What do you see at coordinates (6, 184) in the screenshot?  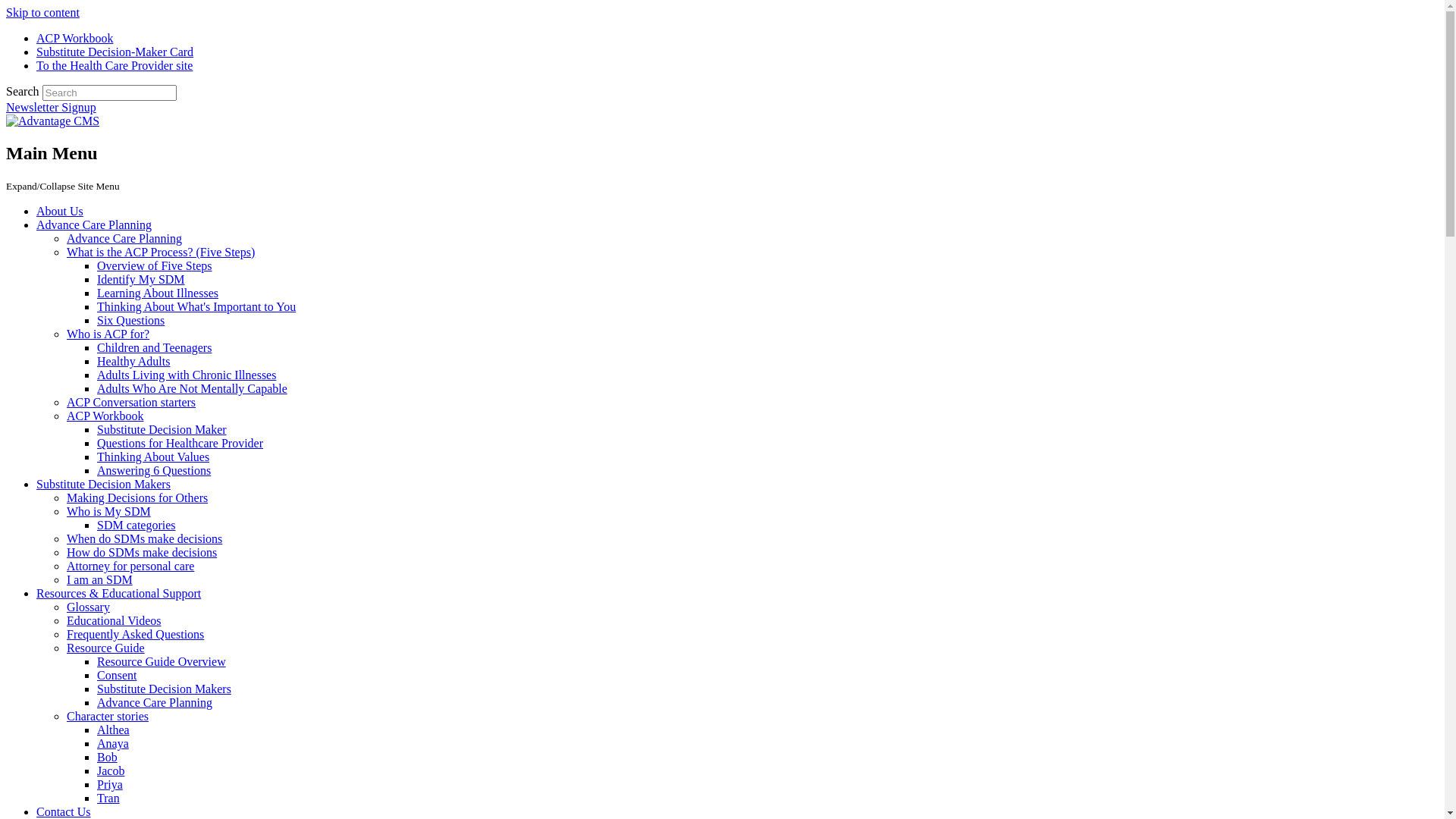 I see `'Expand/Collapse Site Menu'` at bounding box center [6, 184].